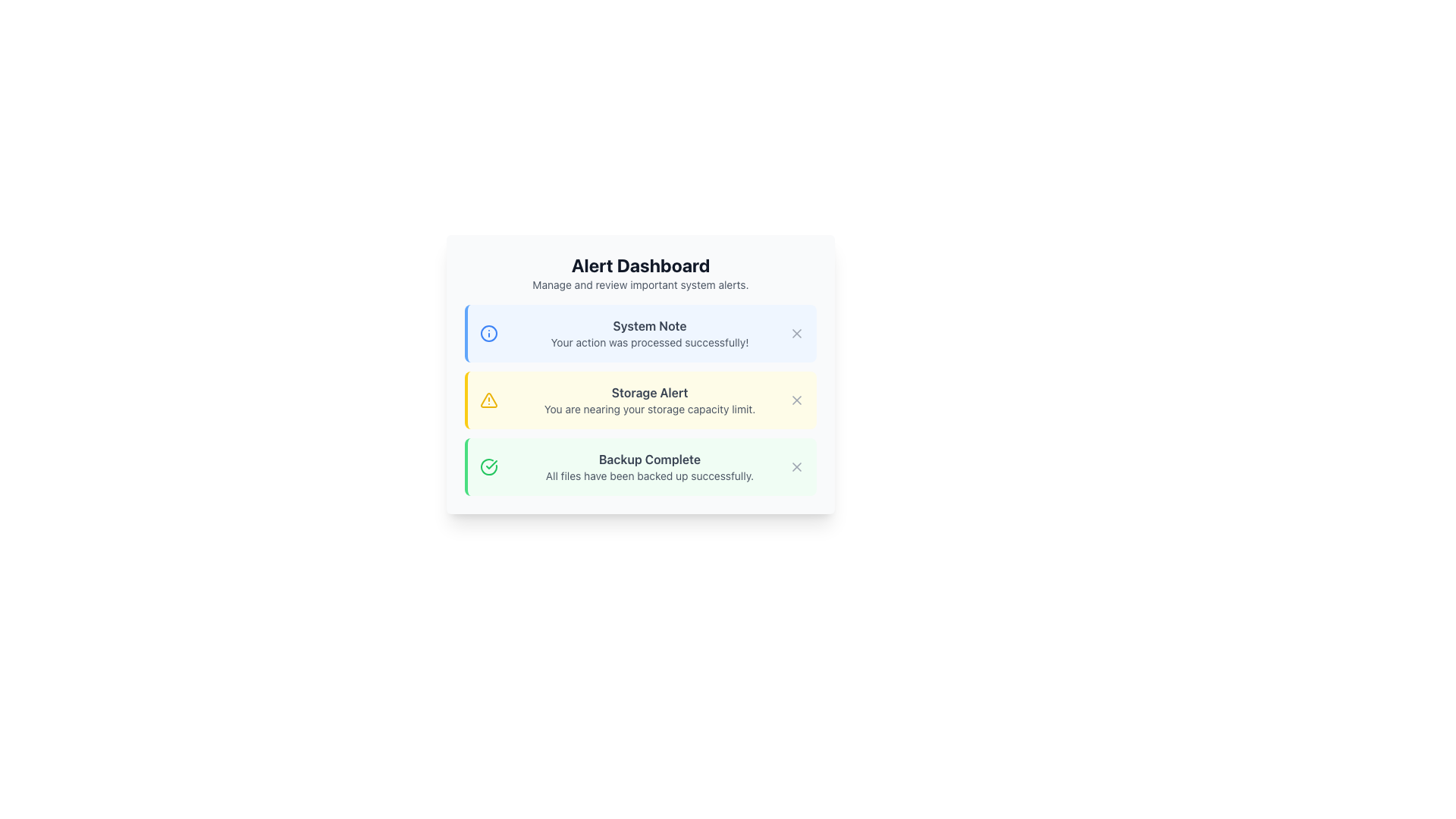 This screenshot has height=819, width=1456. Describe the element at coordinates (796, 400) in the screenshot. I see `the 'X' icon button located at the top-right corner of the 'Storage Alert' to change its color` at that location.